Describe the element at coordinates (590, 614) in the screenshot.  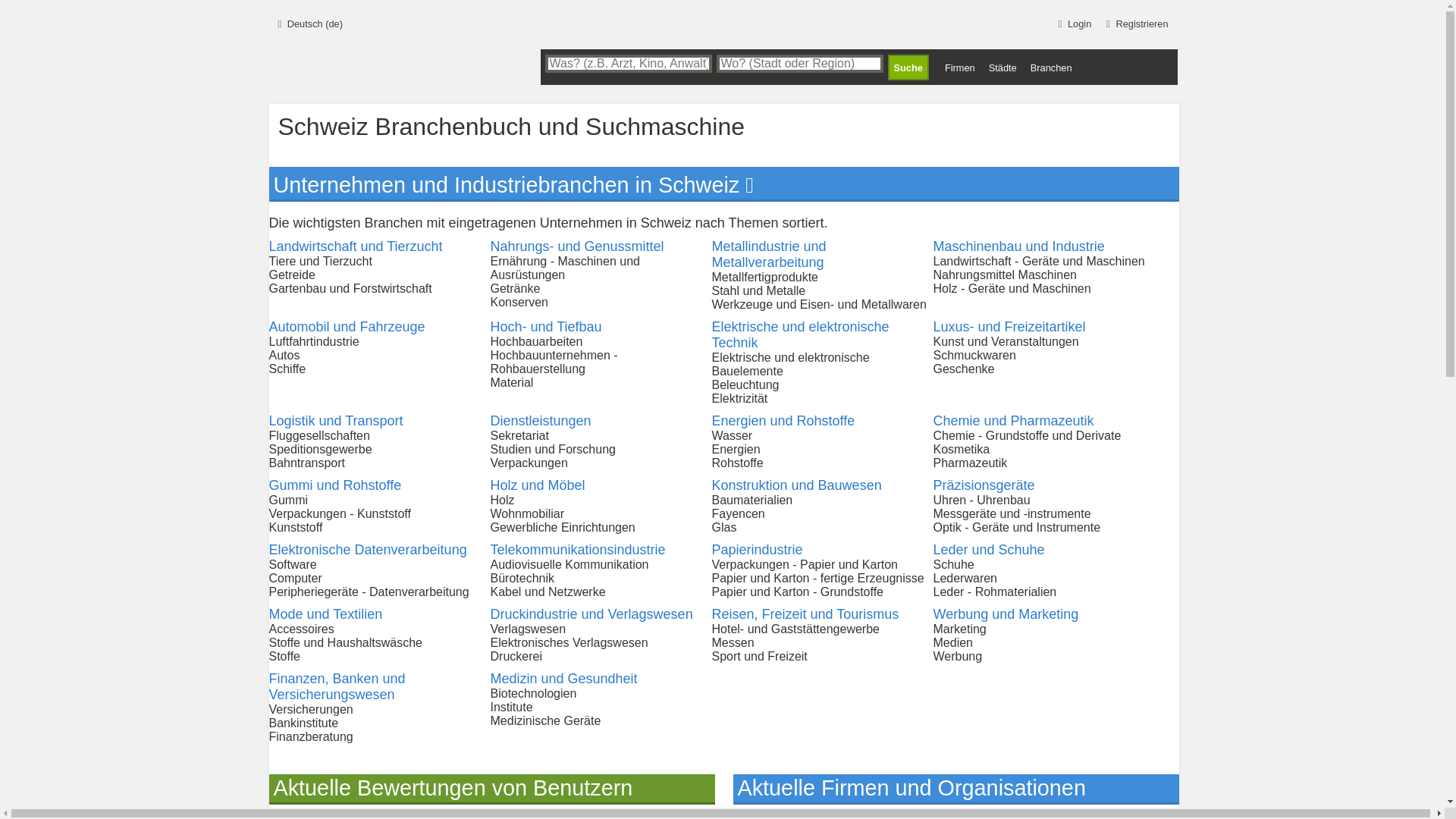
I see `'Druckindustrie und Verlagswesen'` at that location.